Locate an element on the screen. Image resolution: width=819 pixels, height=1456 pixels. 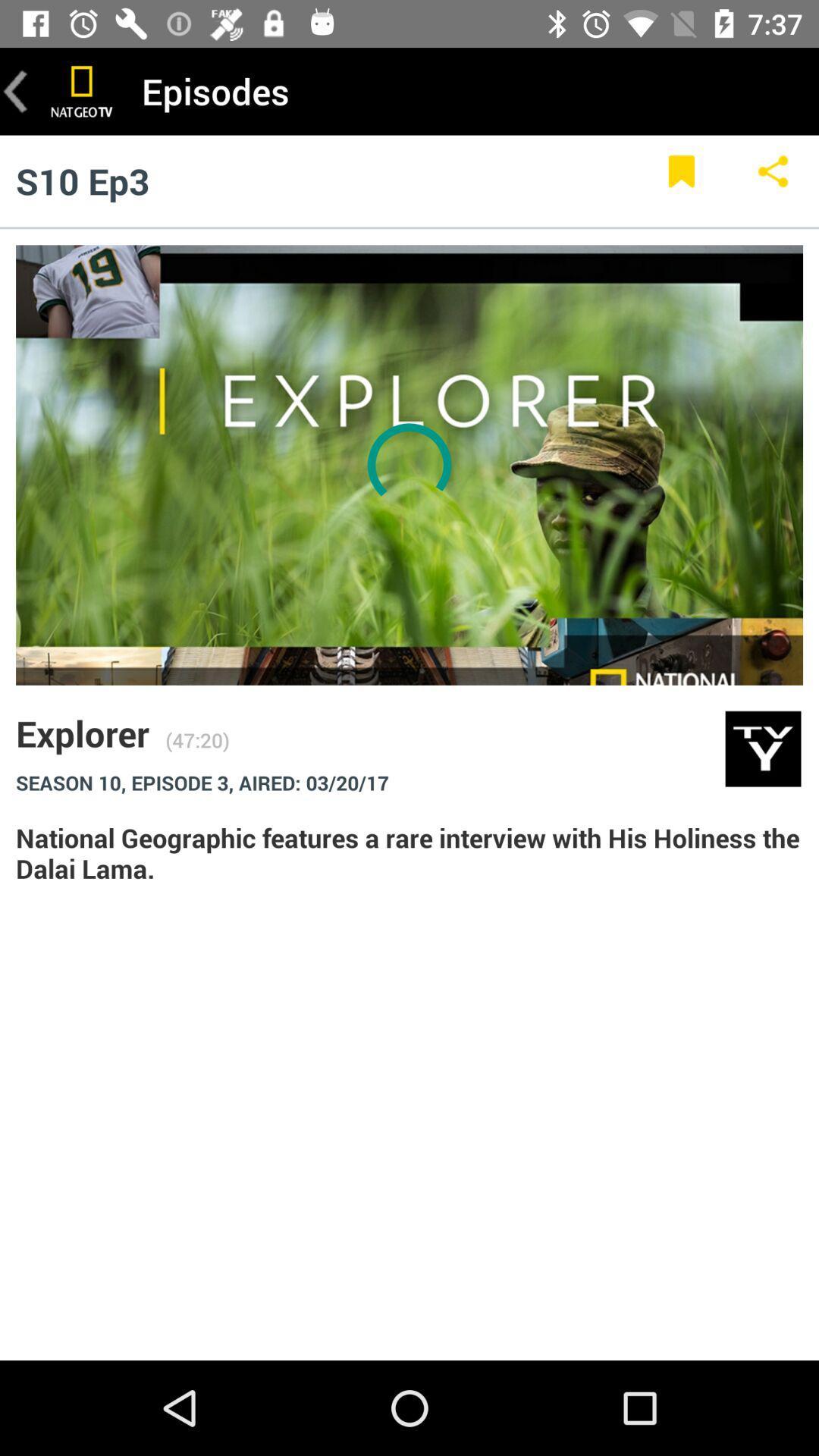
share this is located at coordinates (773, 180).